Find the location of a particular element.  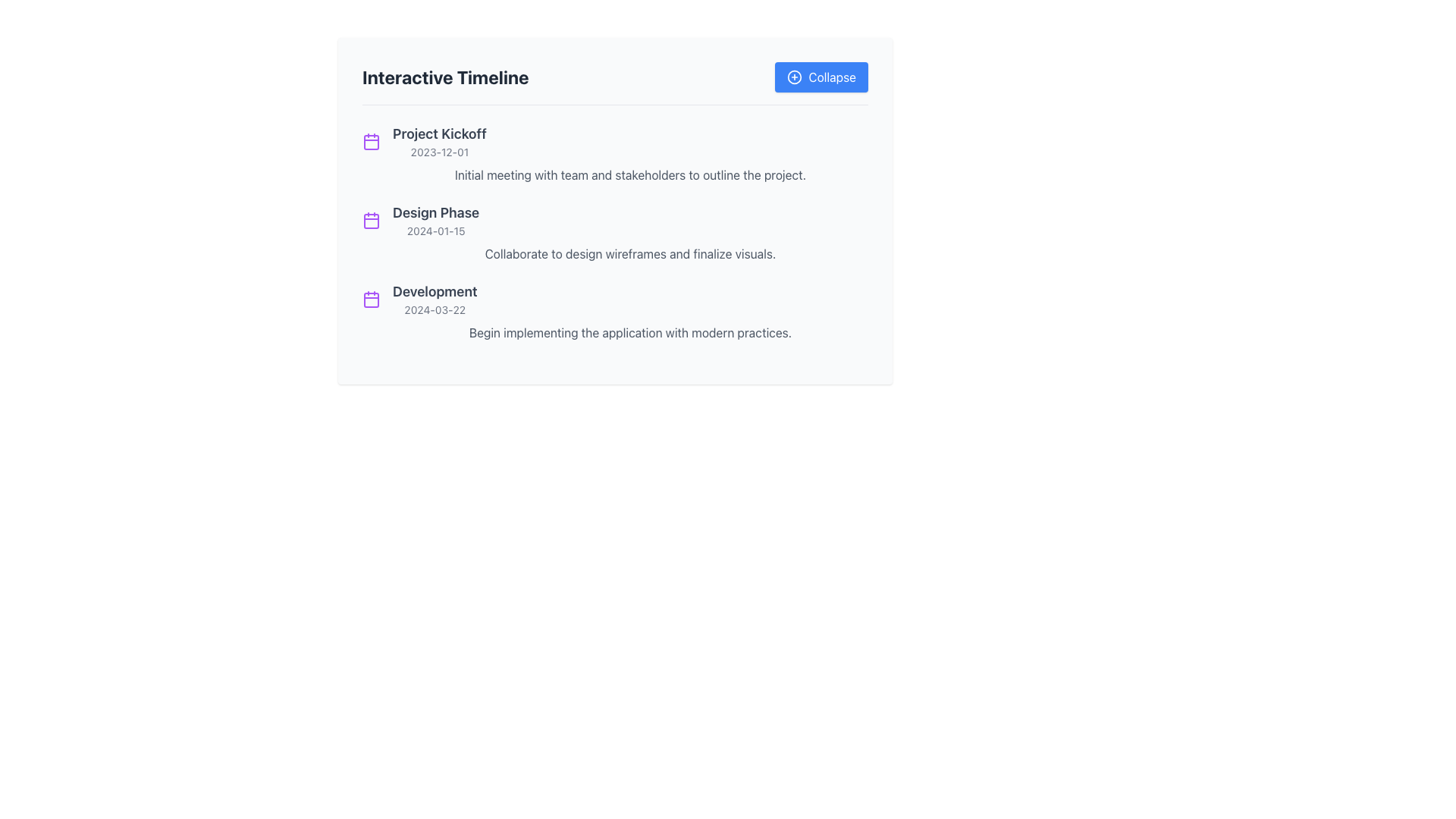

date displayed in the Text Label that is located beneath the 'Design Phase' text in the interactive timeline is located at coordinates (435, 231).